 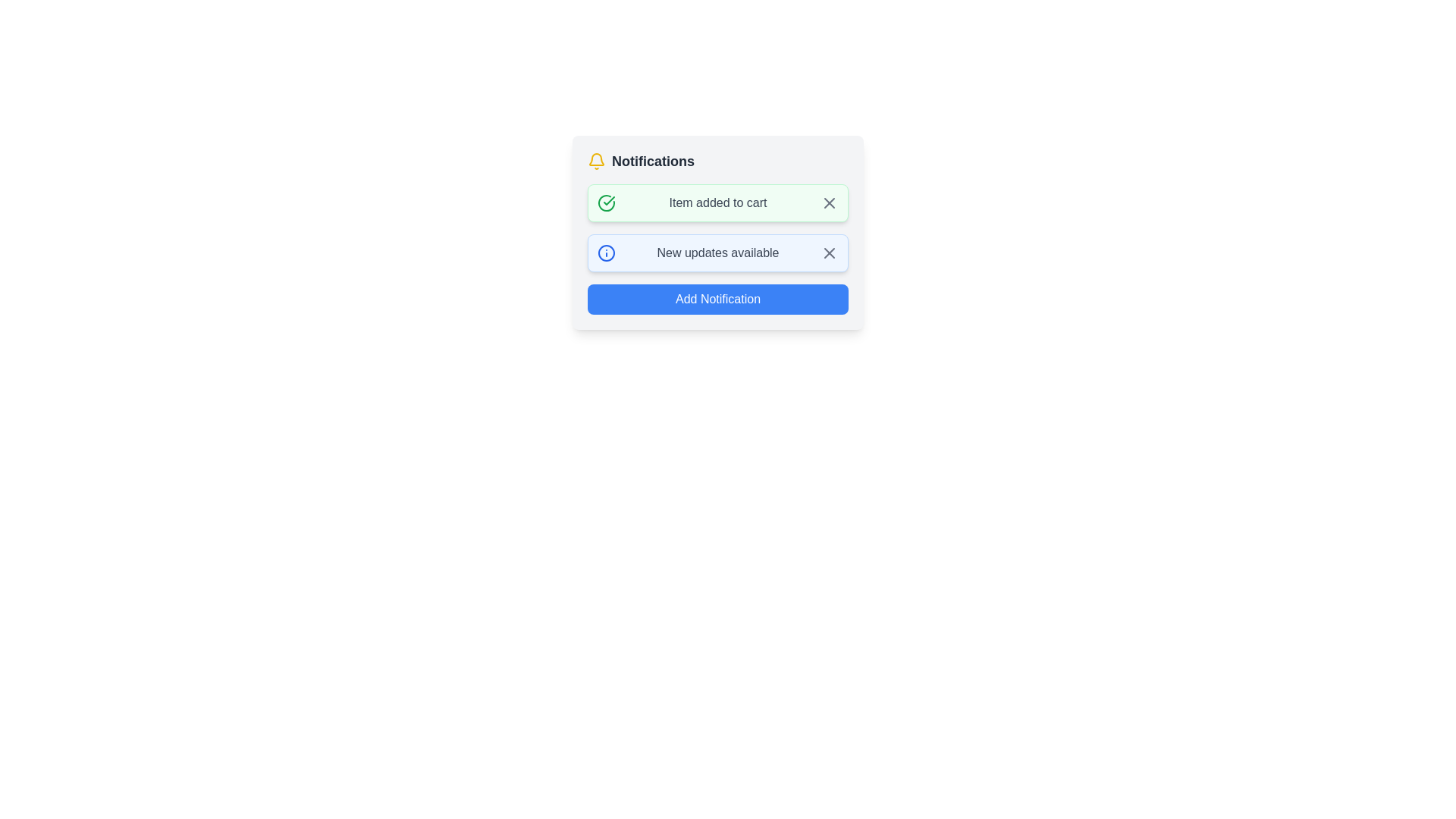 I want to click on the close or dismiss button icon, which is an 'X' symbol located at the rightmost end of the second notification row, so click(x=829, y=253).